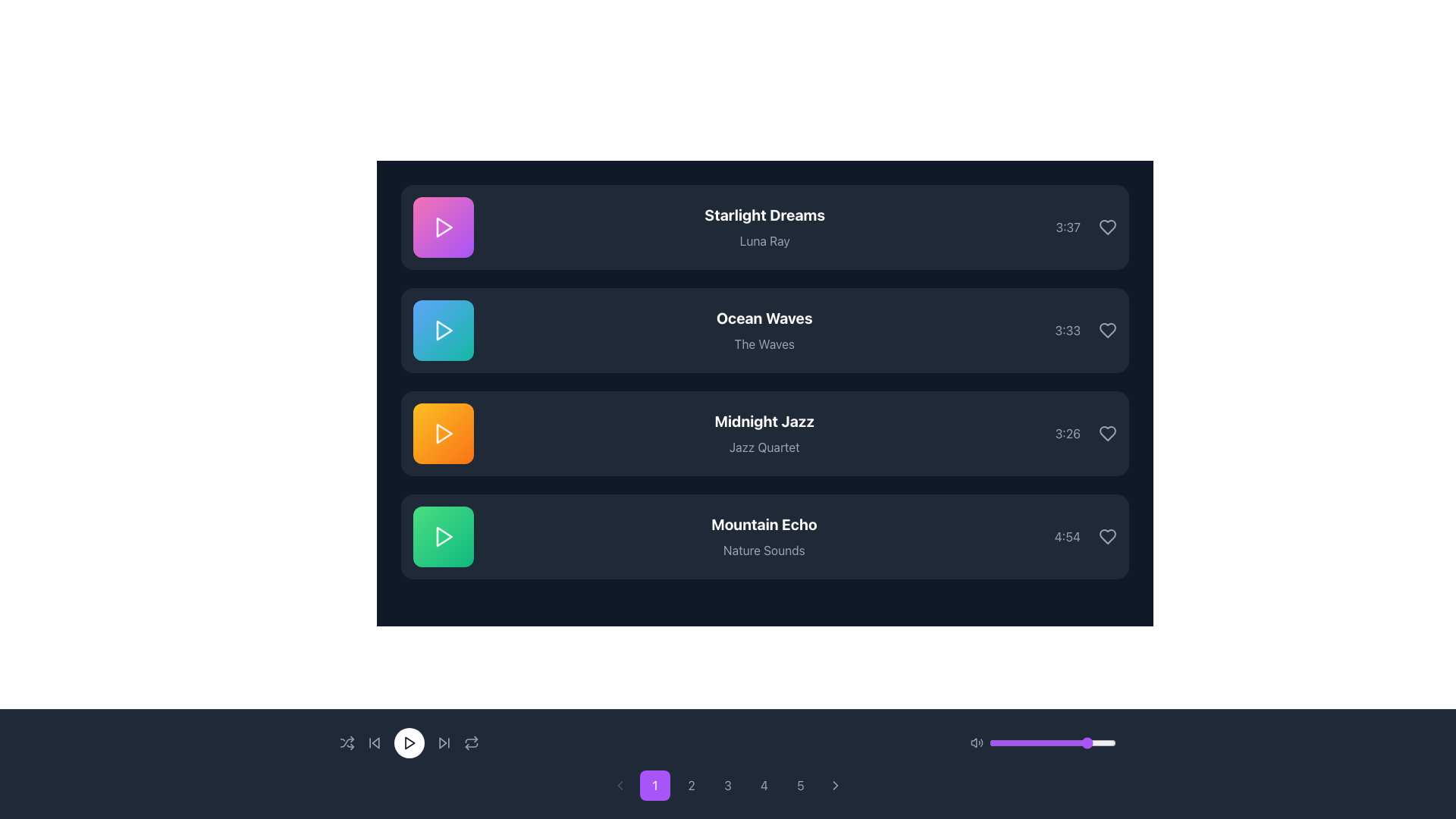 This screenshot has width=1456, height=819. Describe the element at coordinates (1059, 742) in the screenshot. I see `the volume` at that location.